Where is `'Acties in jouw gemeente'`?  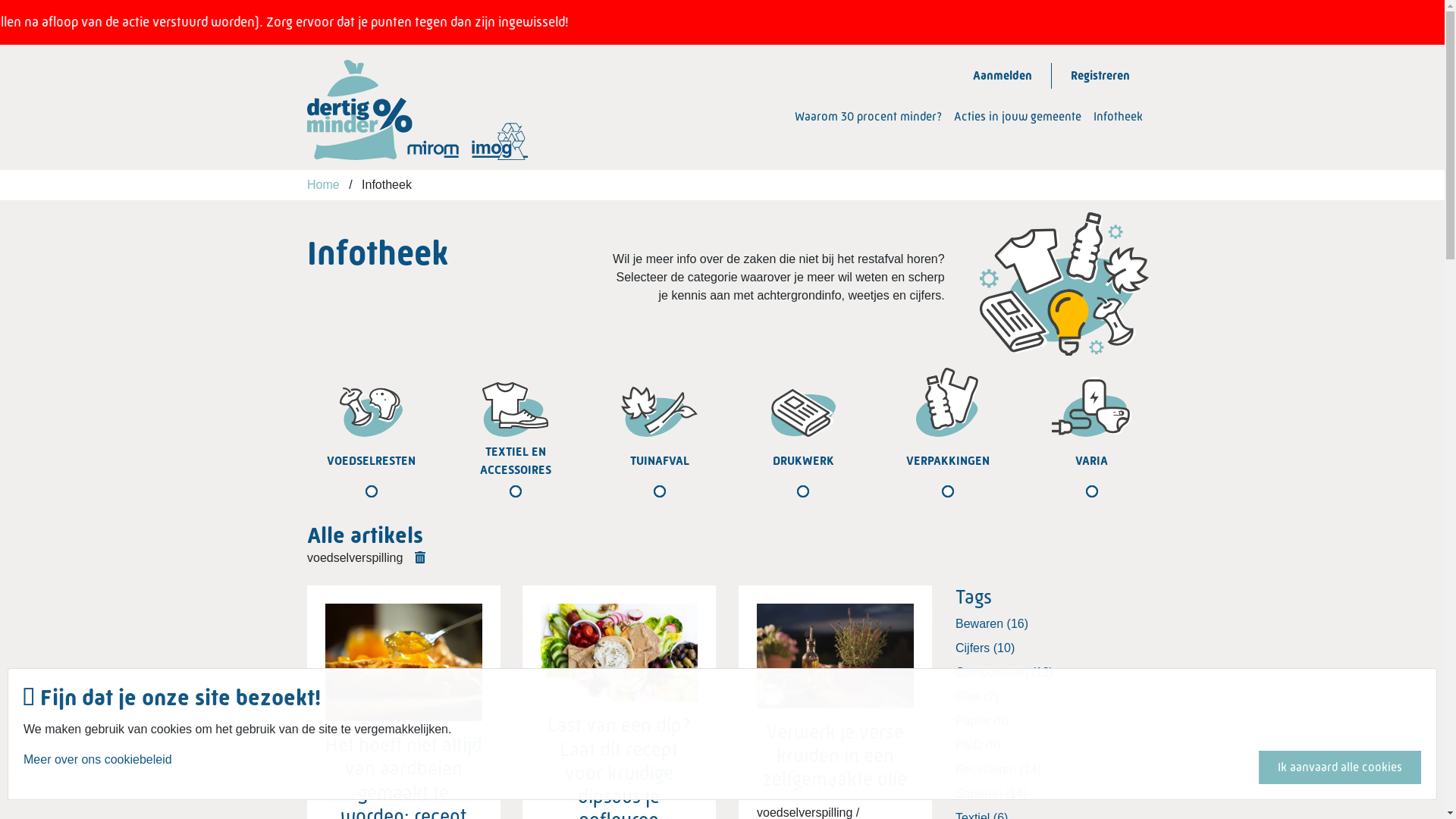 'Acties in jouw gemeente' is located at coordinates (1018, 115).